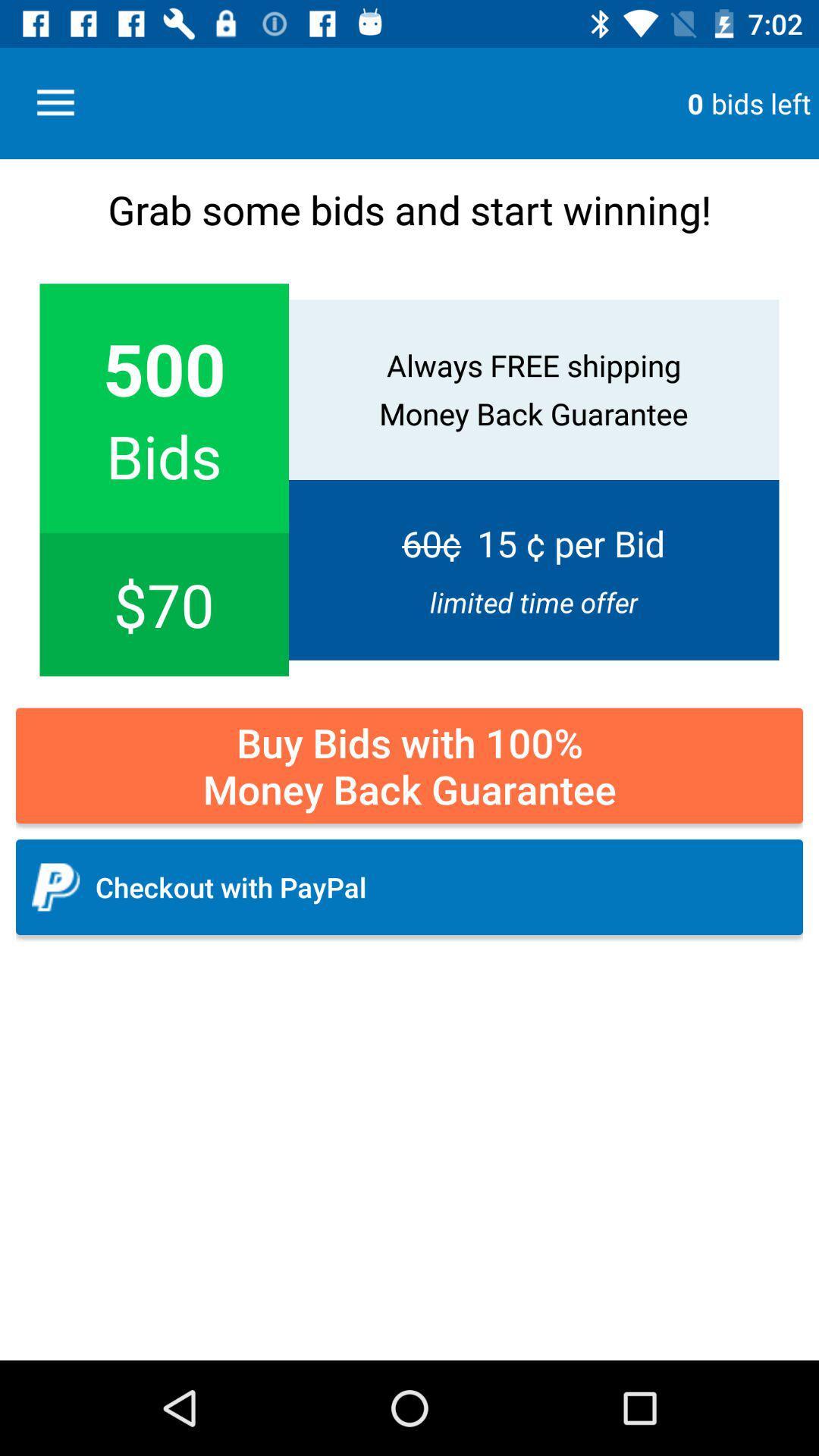  I want to click on the app next to 0 app, so click(55, 102).